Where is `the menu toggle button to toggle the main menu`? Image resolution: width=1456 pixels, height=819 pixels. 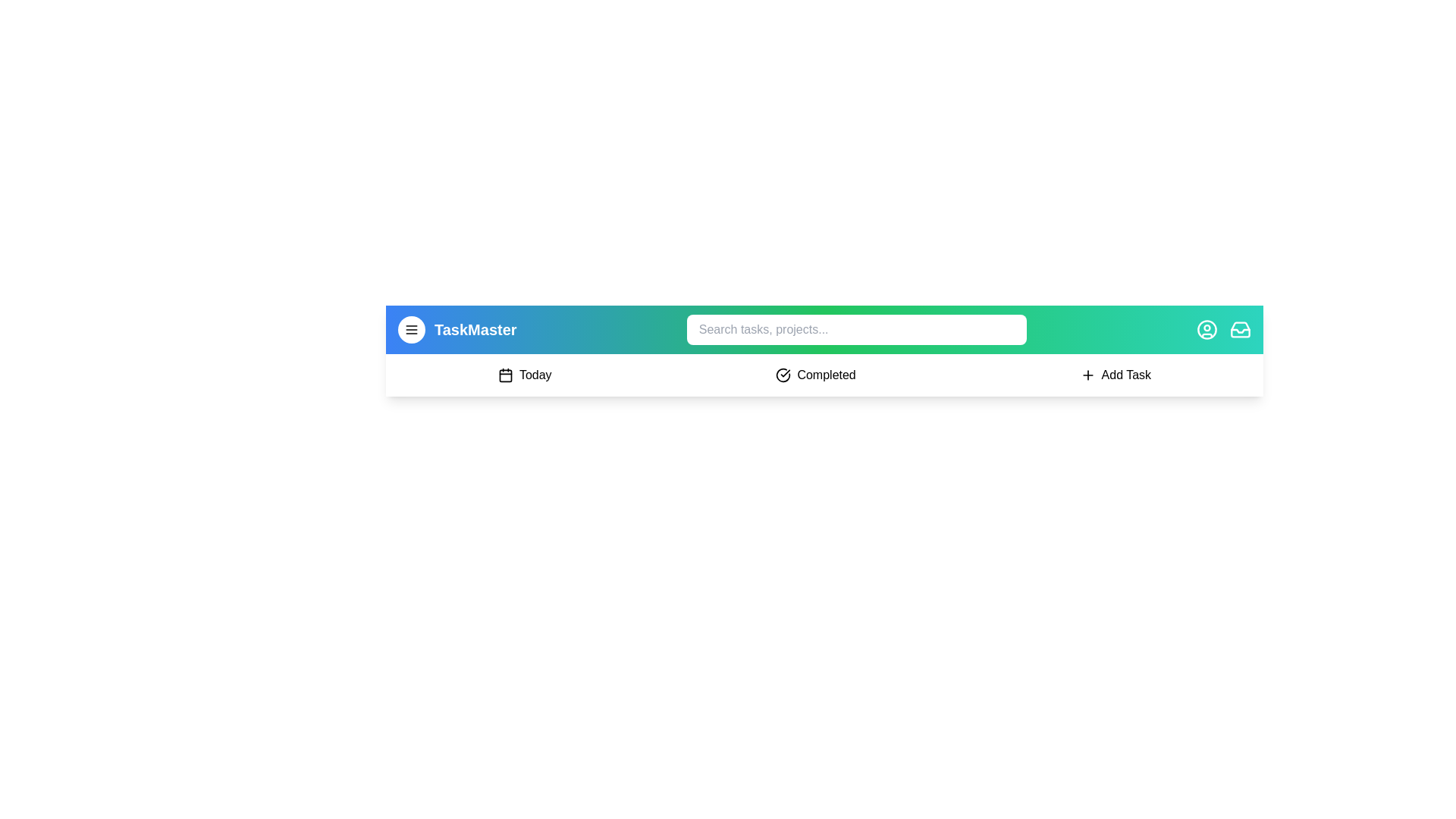
the menu toggle button to toggle the main menu is located at coordinates (411, 329).